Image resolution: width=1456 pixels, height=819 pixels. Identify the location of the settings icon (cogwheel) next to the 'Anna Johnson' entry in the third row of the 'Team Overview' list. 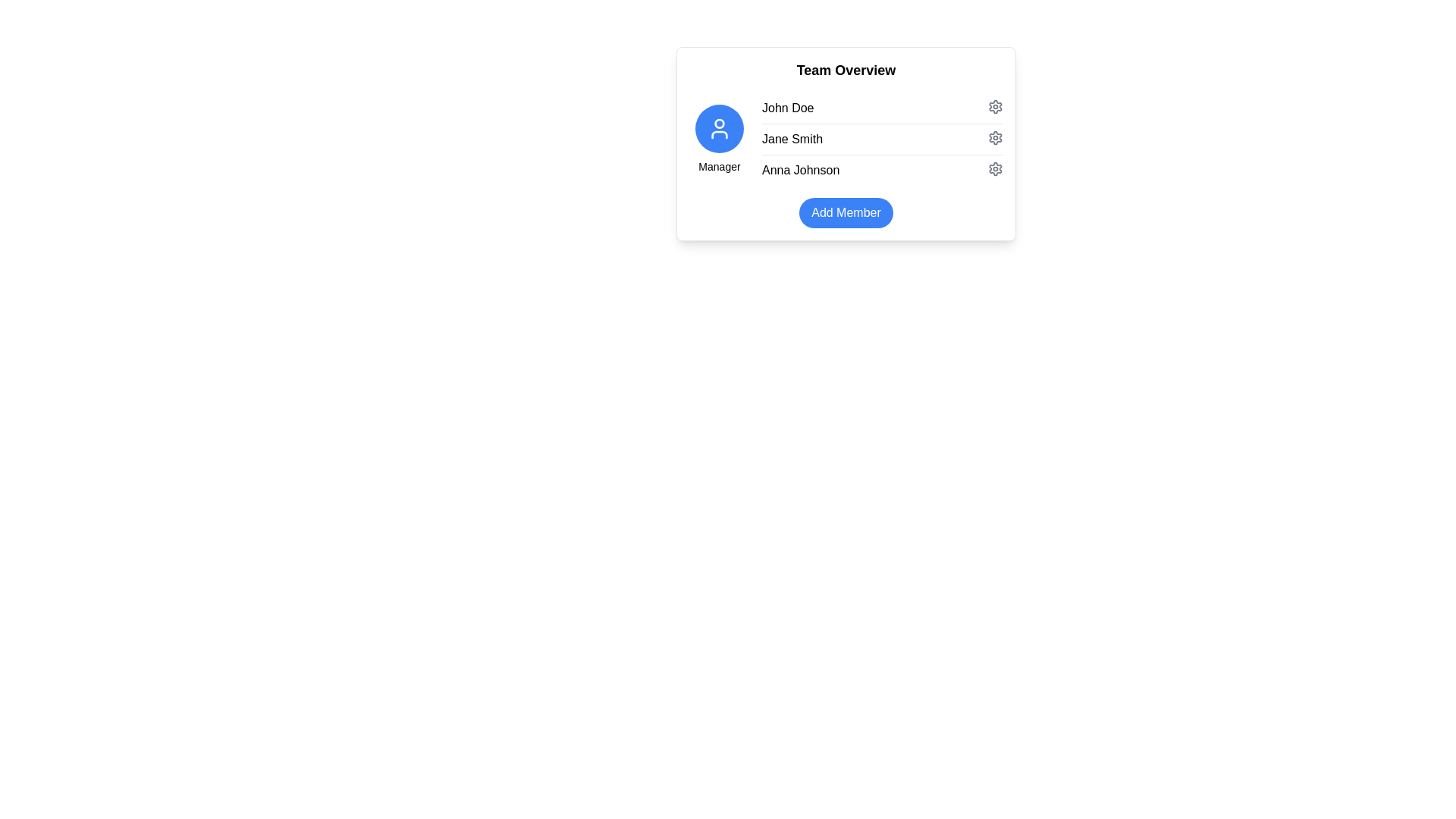
(996, 169).